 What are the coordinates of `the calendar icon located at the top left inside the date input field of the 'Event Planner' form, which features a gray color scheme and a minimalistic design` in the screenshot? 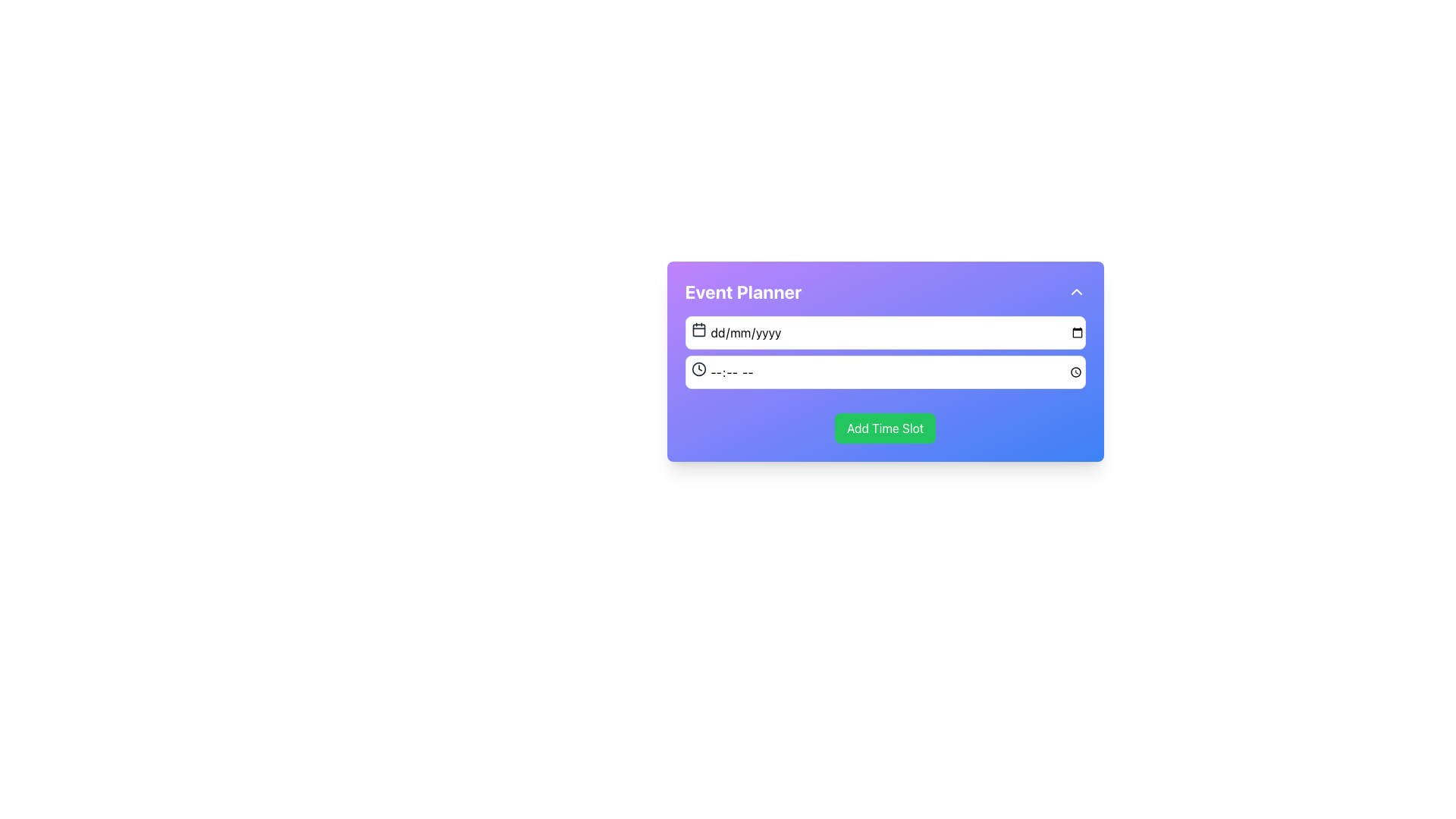 It's located at (698, 329).